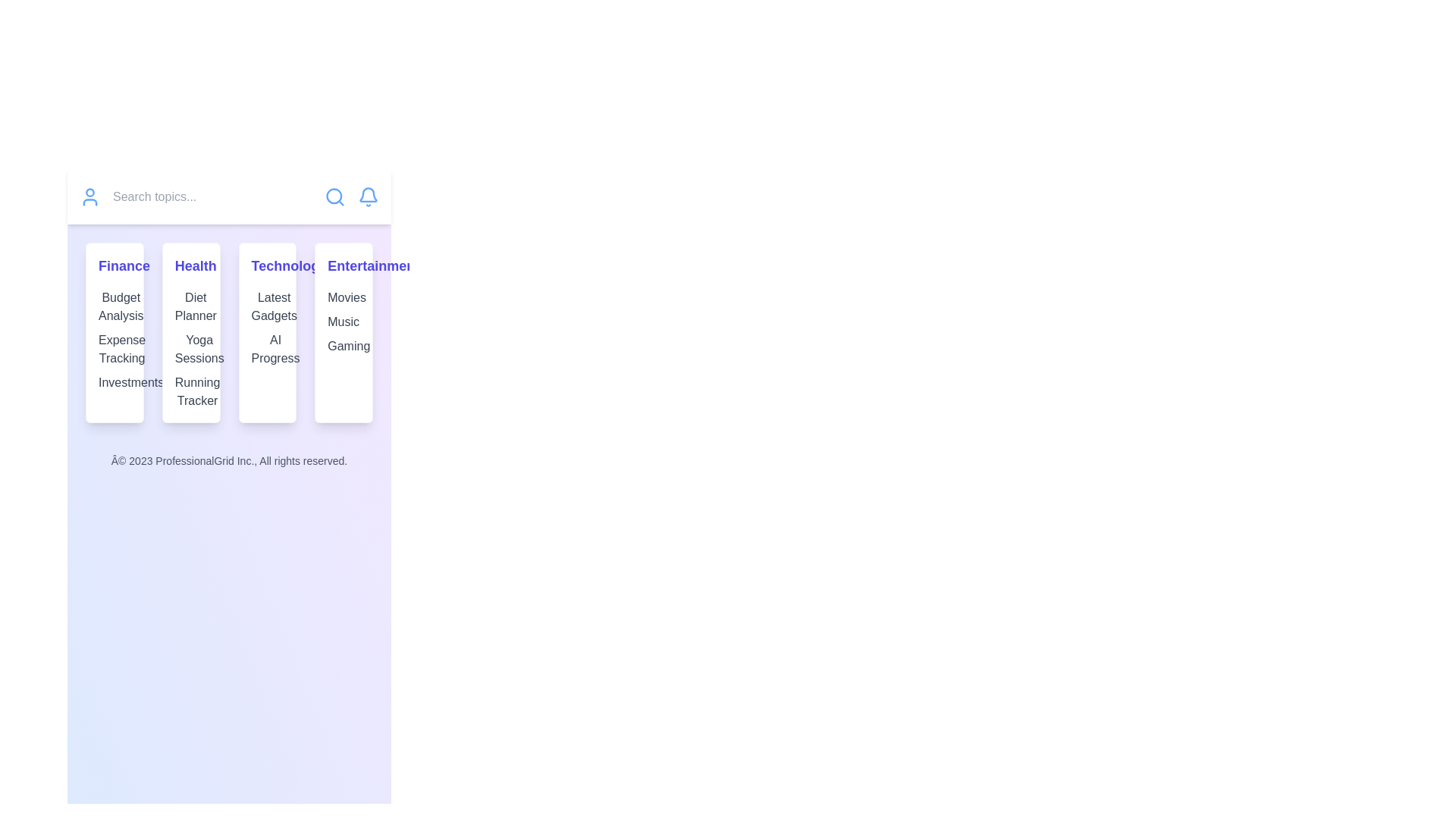  What do you see at coordinates (114, 382) in the screenshot?
I see `the 'Investments' navigational link located in the 'Finance' section` at bounding box center [114, 382].